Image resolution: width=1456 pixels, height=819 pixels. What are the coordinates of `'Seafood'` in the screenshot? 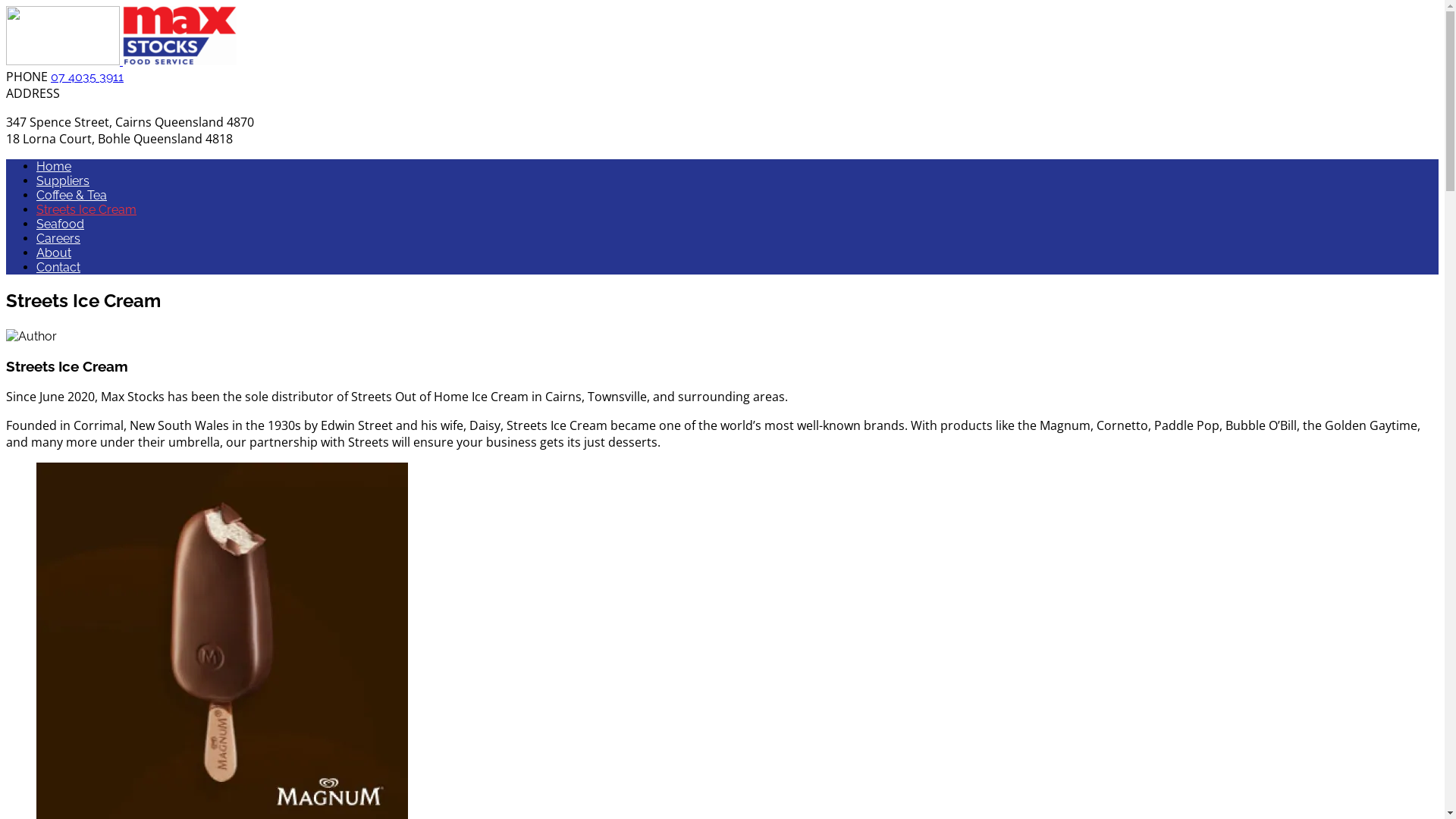 It's located at (60, 224).